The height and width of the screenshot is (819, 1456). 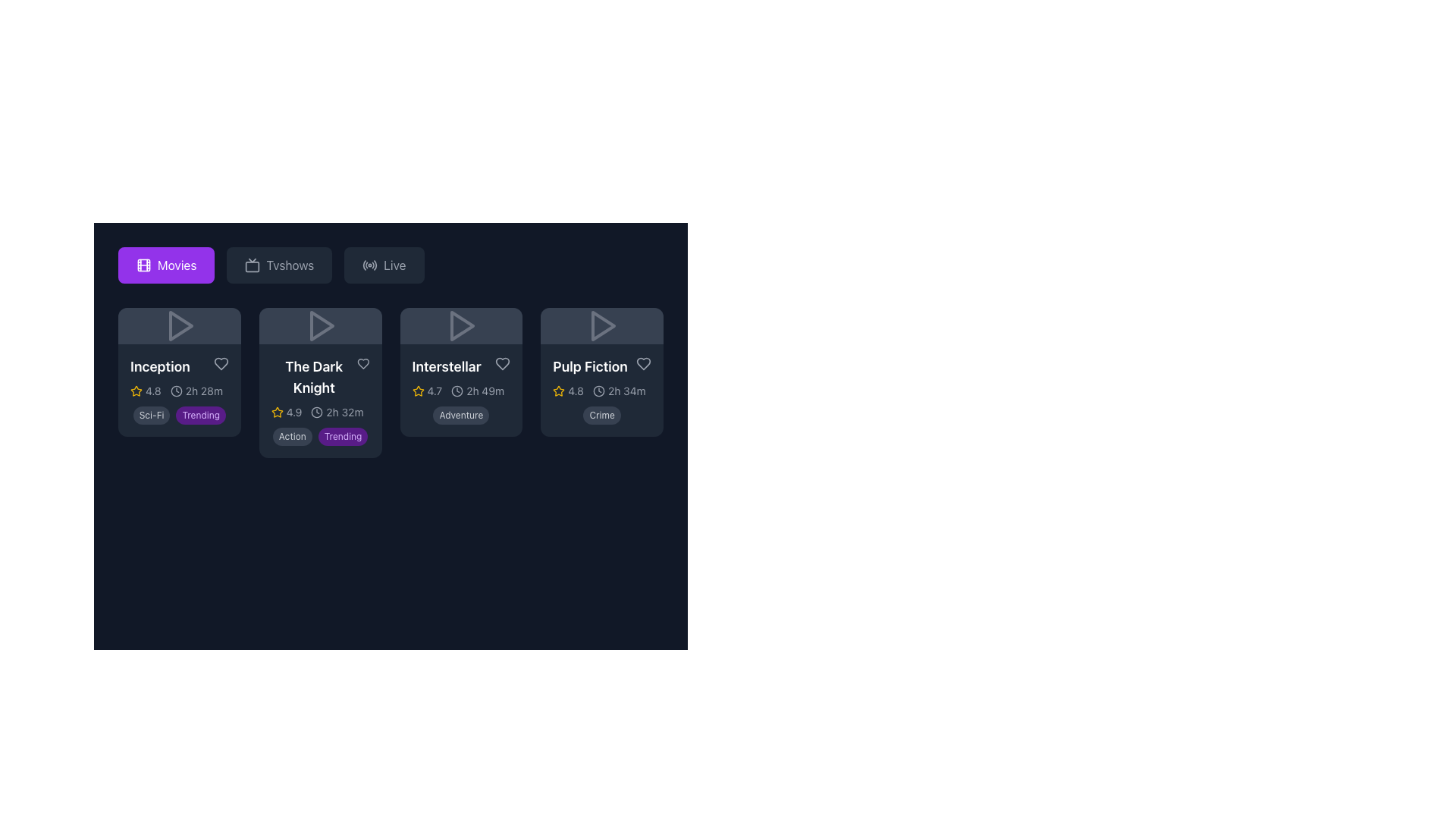 What do you see at coordinates (477, 391) in the screenshot?
I see `the informational label displaying '2h 49m' next to the genre label in the third movie card` at bounding box center [477, 391].